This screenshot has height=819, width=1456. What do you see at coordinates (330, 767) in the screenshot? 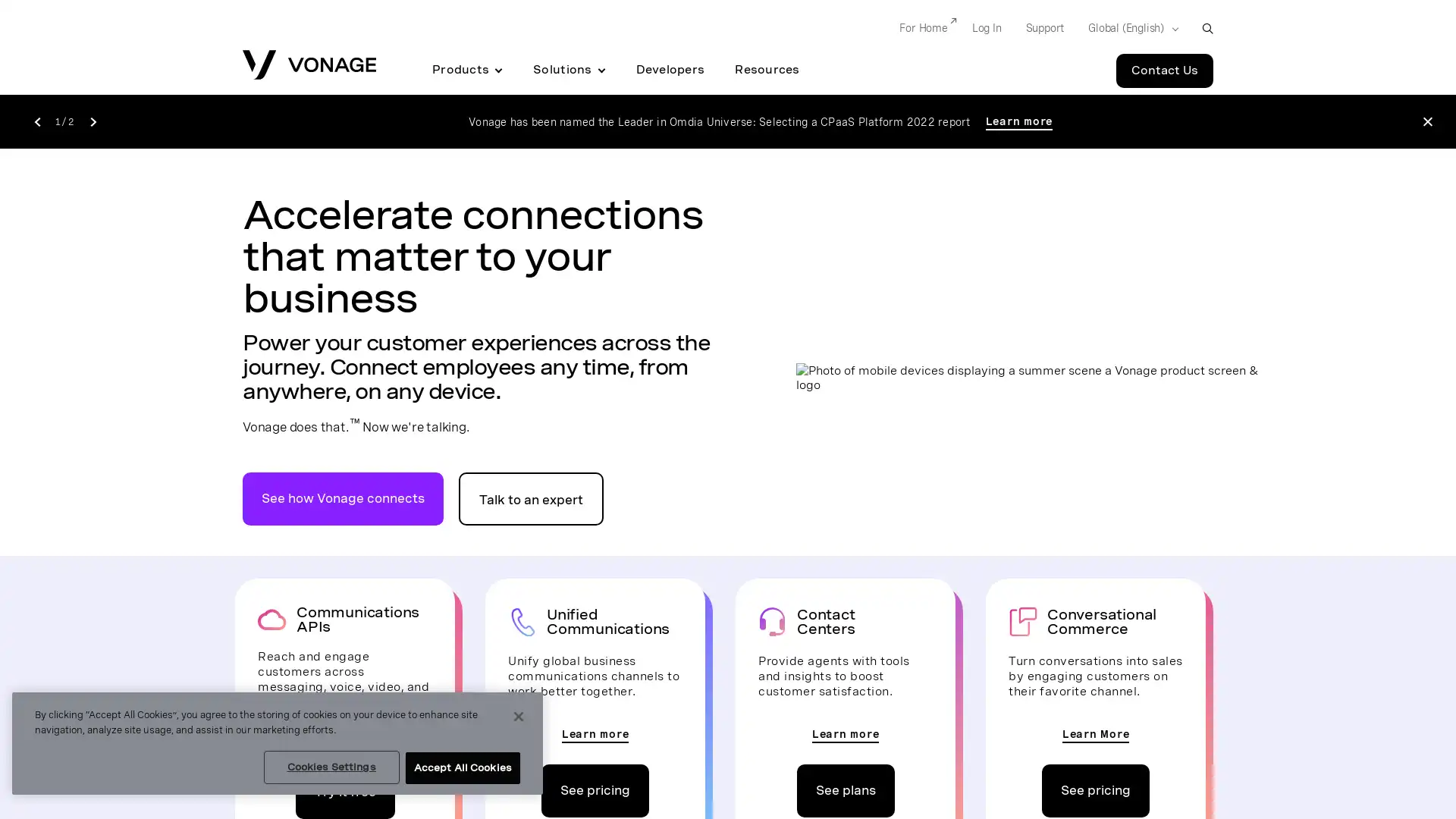
I see `Cookies Settings` at bounding box center [330, 767].